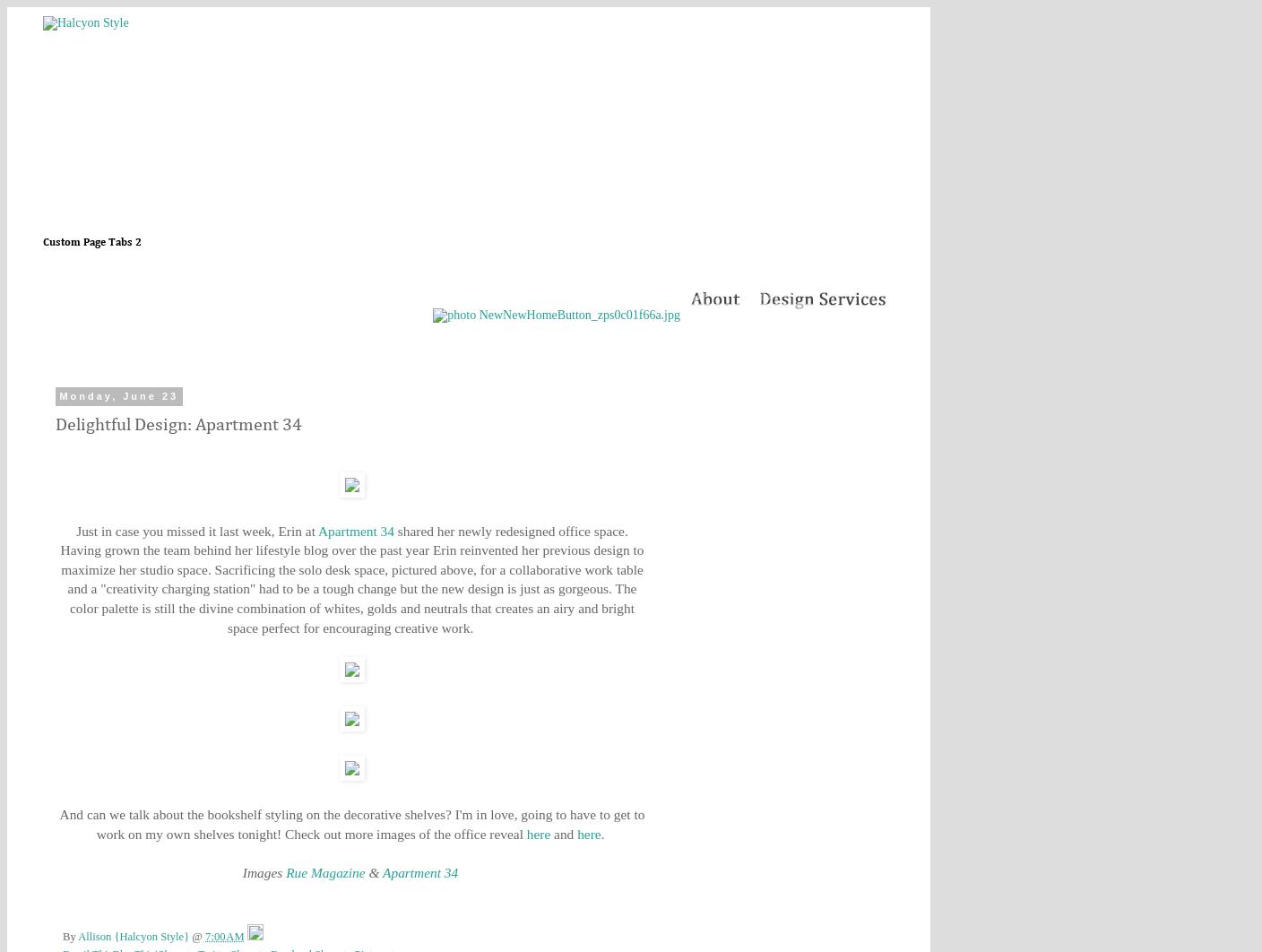 The height and width of the screenshot is (952, 1262). I want to click on '@', so click(191, 935).